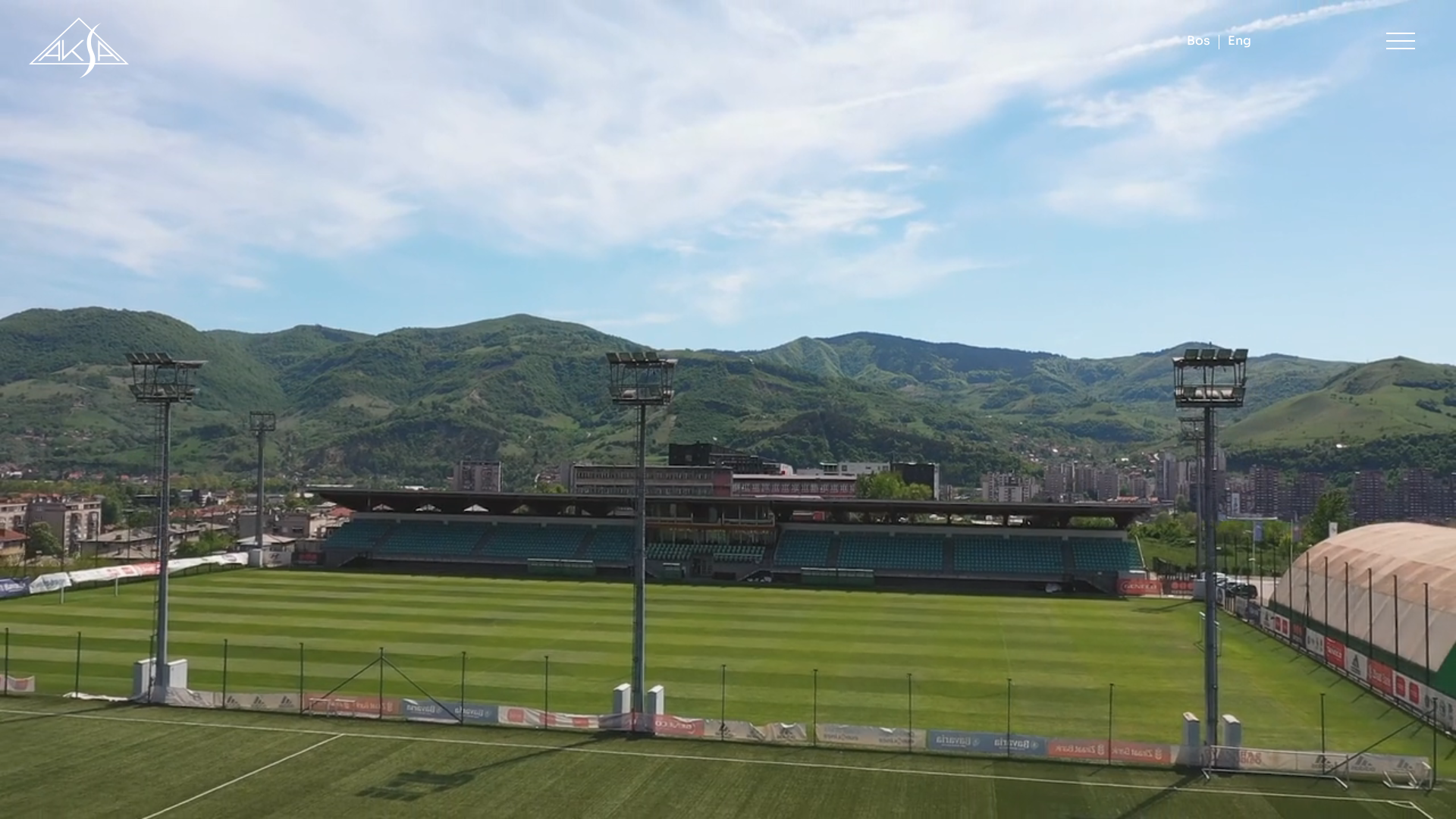 This screenshot has height=819, width=1456. What do you see at coordinates (1185, 41) in the screenshot?
I see `'Bos'` at bounding box center [1185, 41].